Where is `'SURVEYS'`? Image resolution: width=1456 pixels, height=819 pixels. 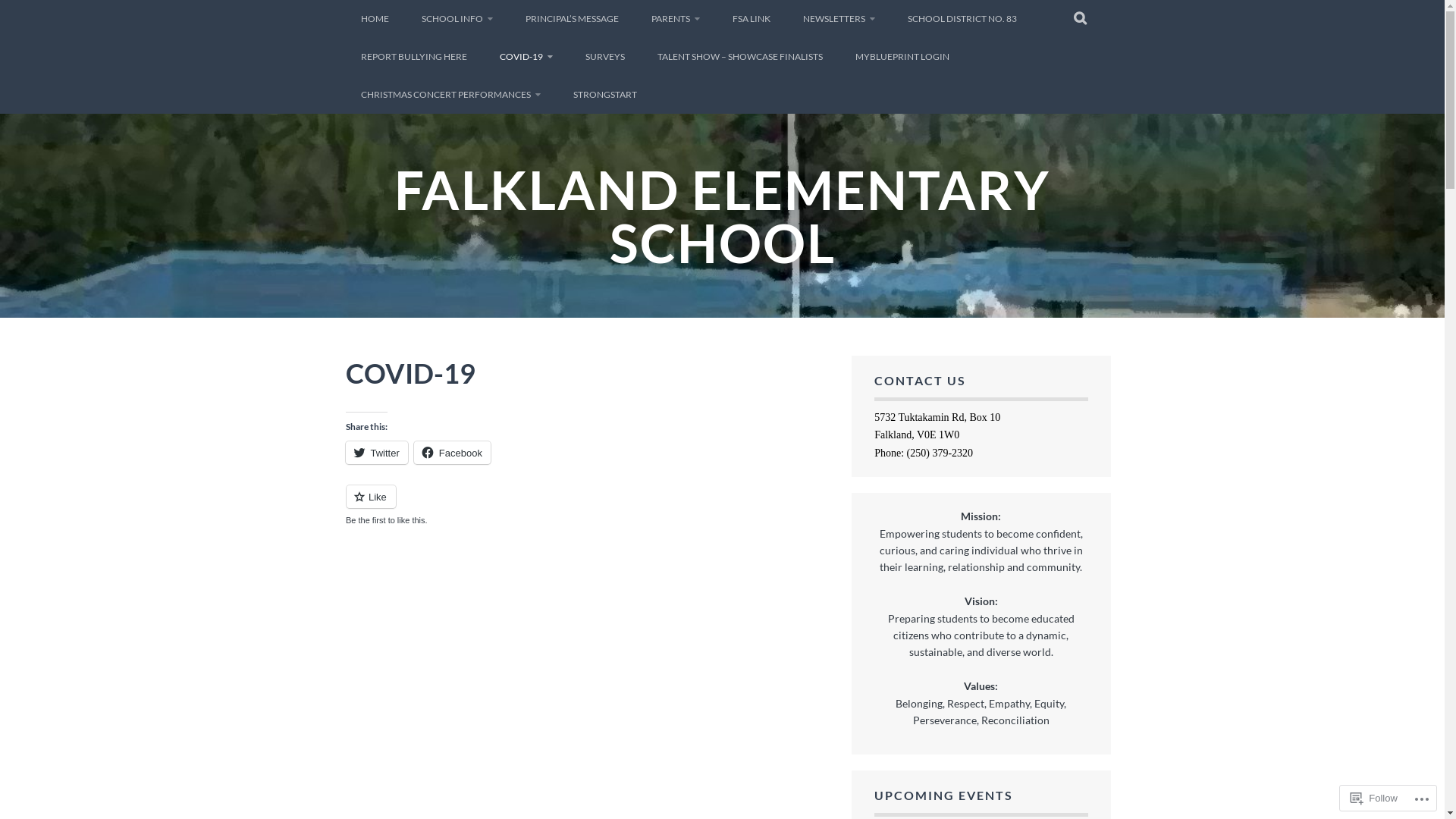 'SURVEYS' is located at coordinates (604, 55).